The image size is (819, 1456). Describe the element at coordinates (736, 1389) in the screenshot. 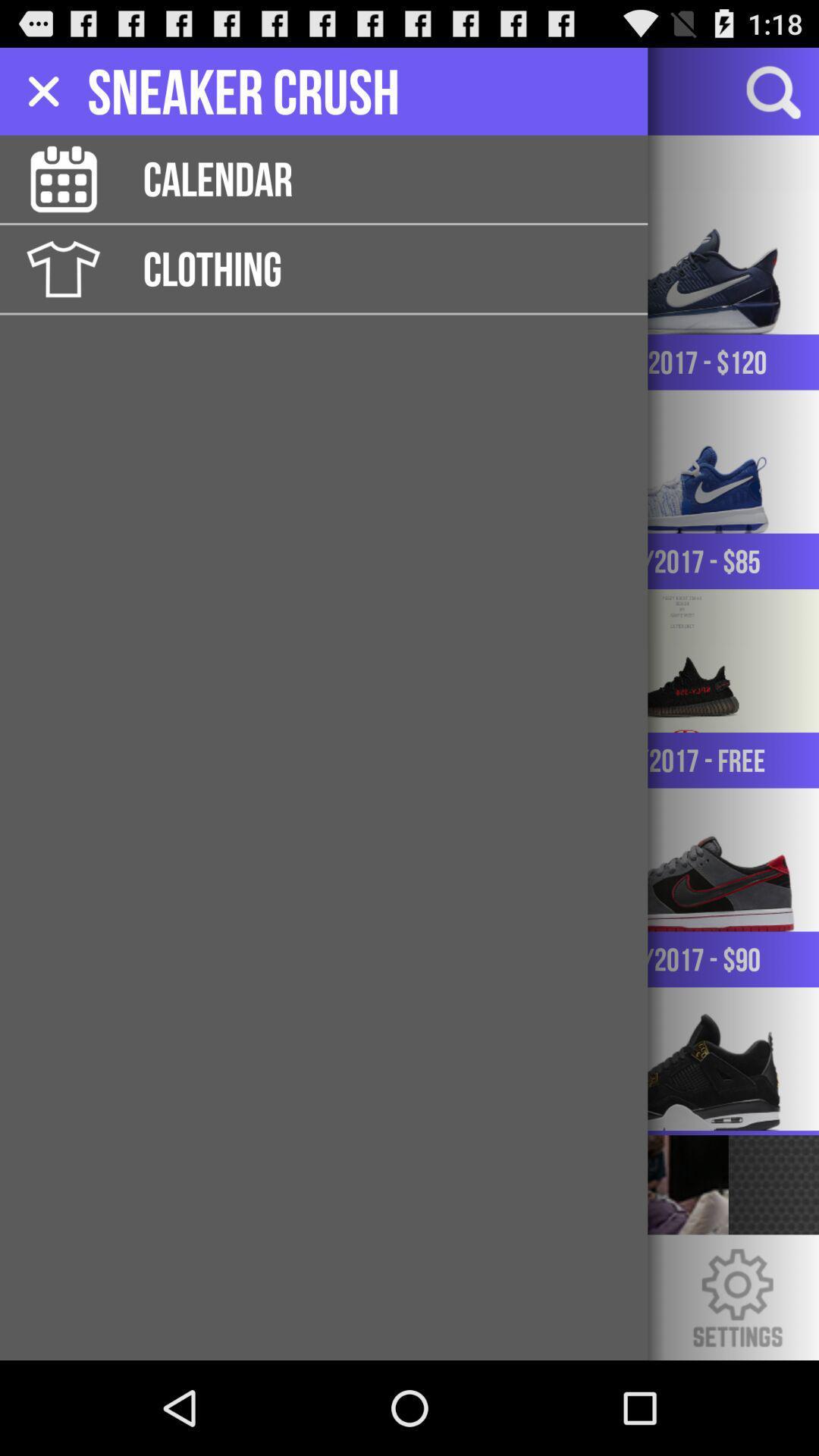

I see `the settings icon` at that location.